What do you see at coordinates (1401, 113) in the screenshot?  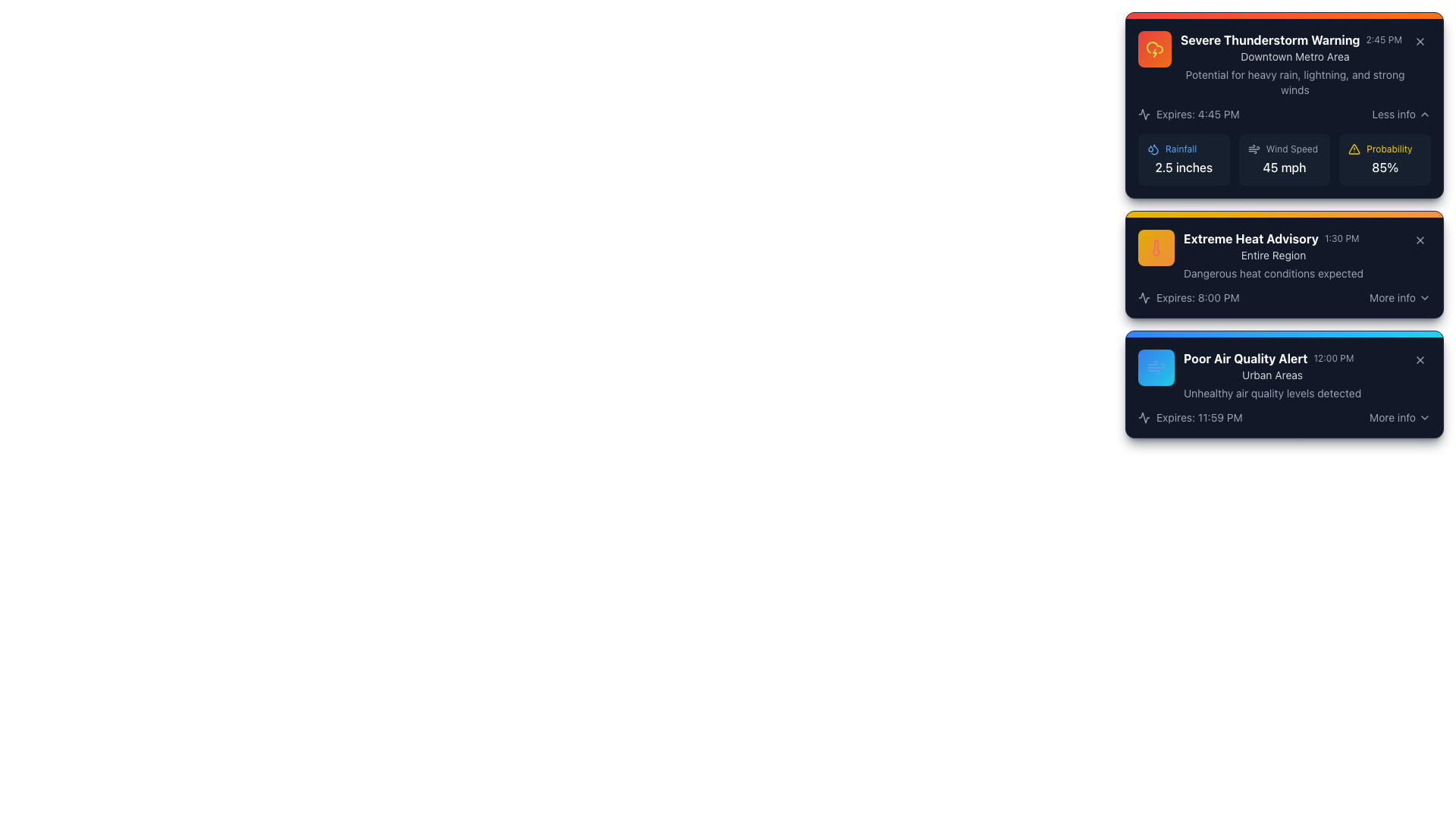 I see `the 'Less info' button with an upward-facing chevron icon located in the bottom-right corner of the uppermost notification card` at bounding box center [1401, 113].